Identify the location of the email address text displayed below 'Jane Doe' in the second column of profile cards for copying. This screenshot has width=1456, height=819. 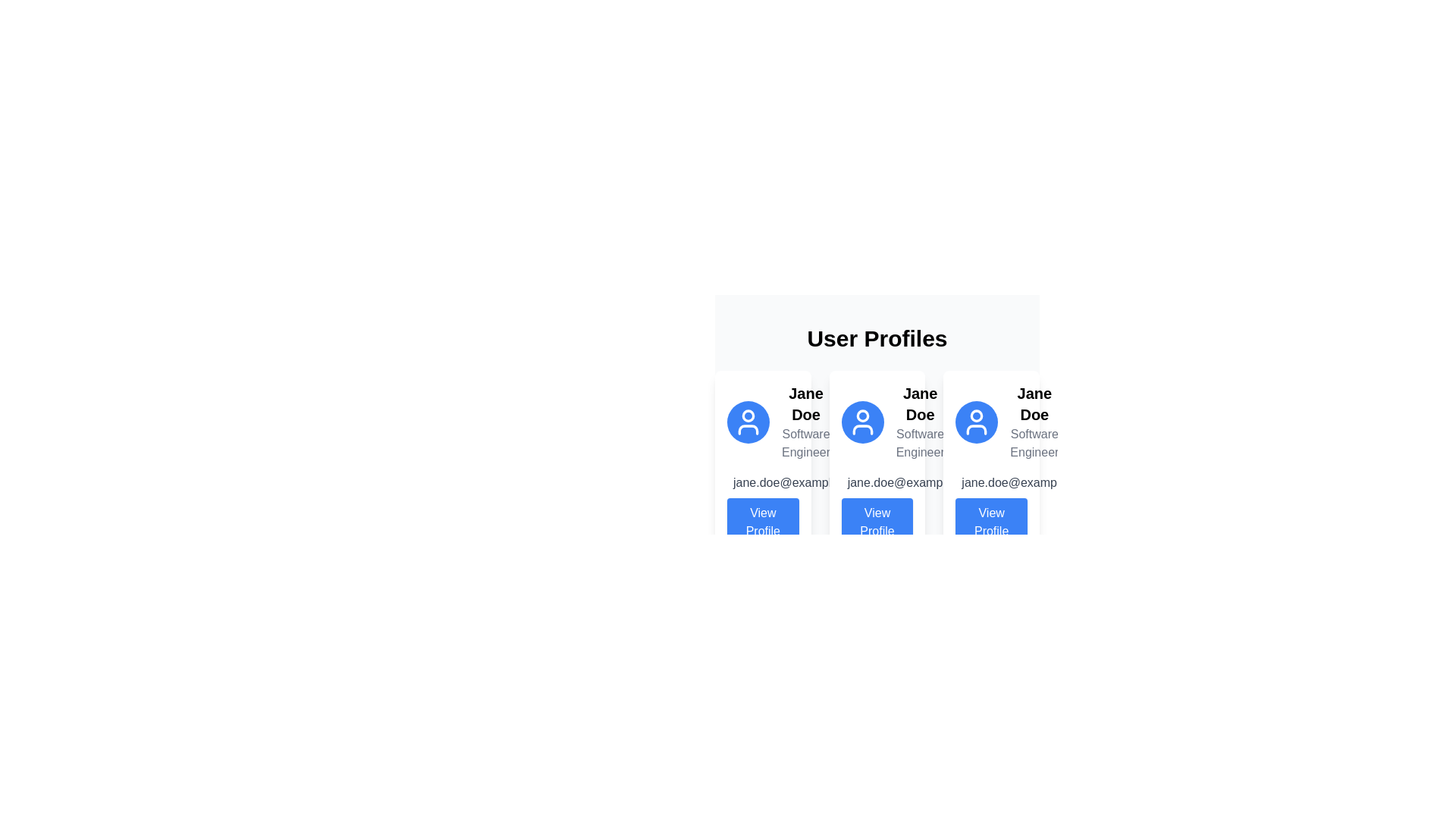
(912, 482).